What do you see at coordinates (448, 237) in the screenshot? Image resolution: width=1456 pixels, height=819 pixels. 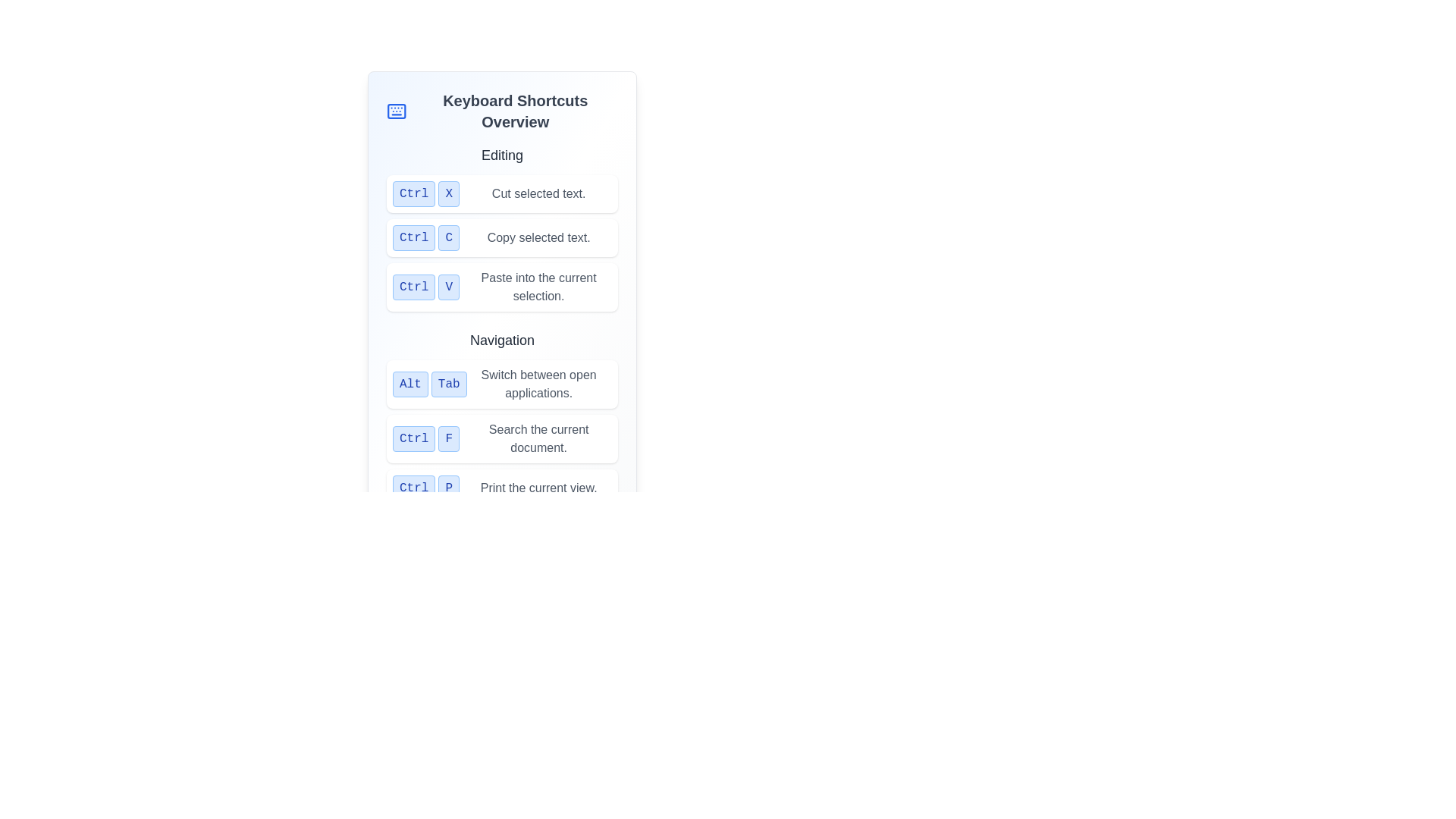 I see `the 'C' key label representing a keyboard shortcut in the Editing section of the keyboard shortcuts list` at bounding box center [448, 237].